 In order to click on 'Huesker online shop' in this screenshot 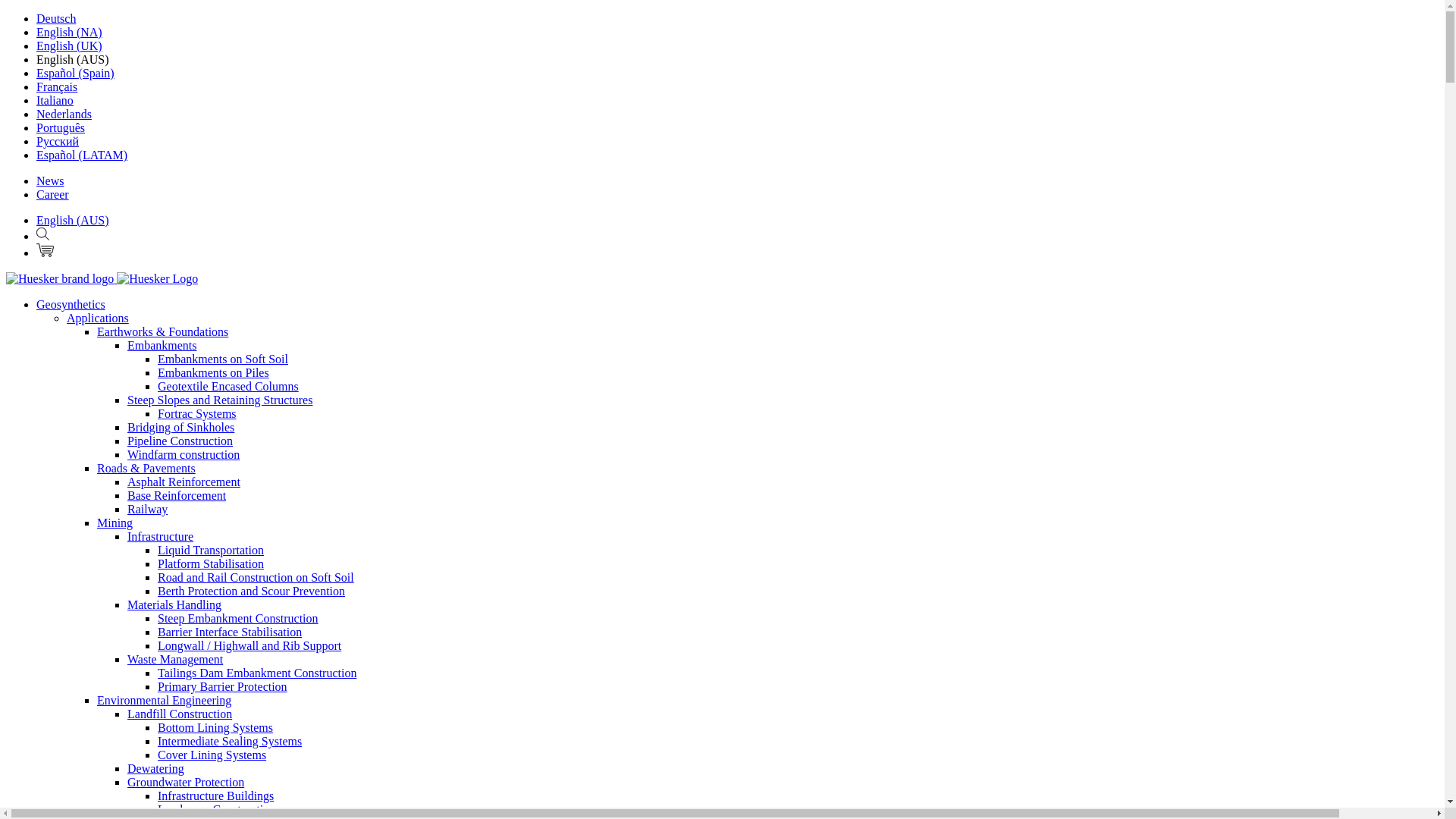, I will do `click(45, 249)`.